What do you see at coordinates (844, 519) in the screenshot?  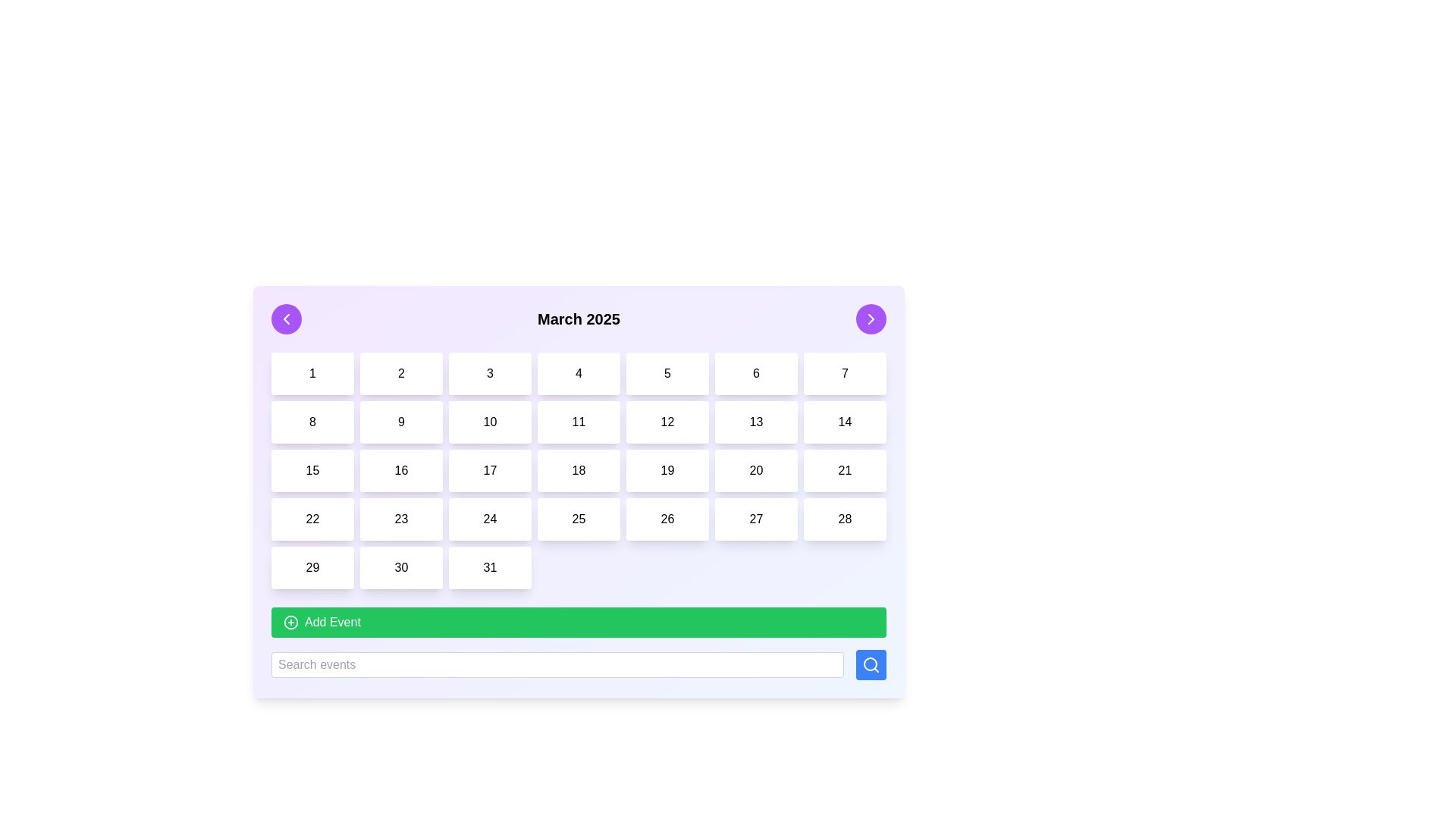 I see `from the center of the calendar day cell for March 28, 2025` at bounding box center [844, 519].